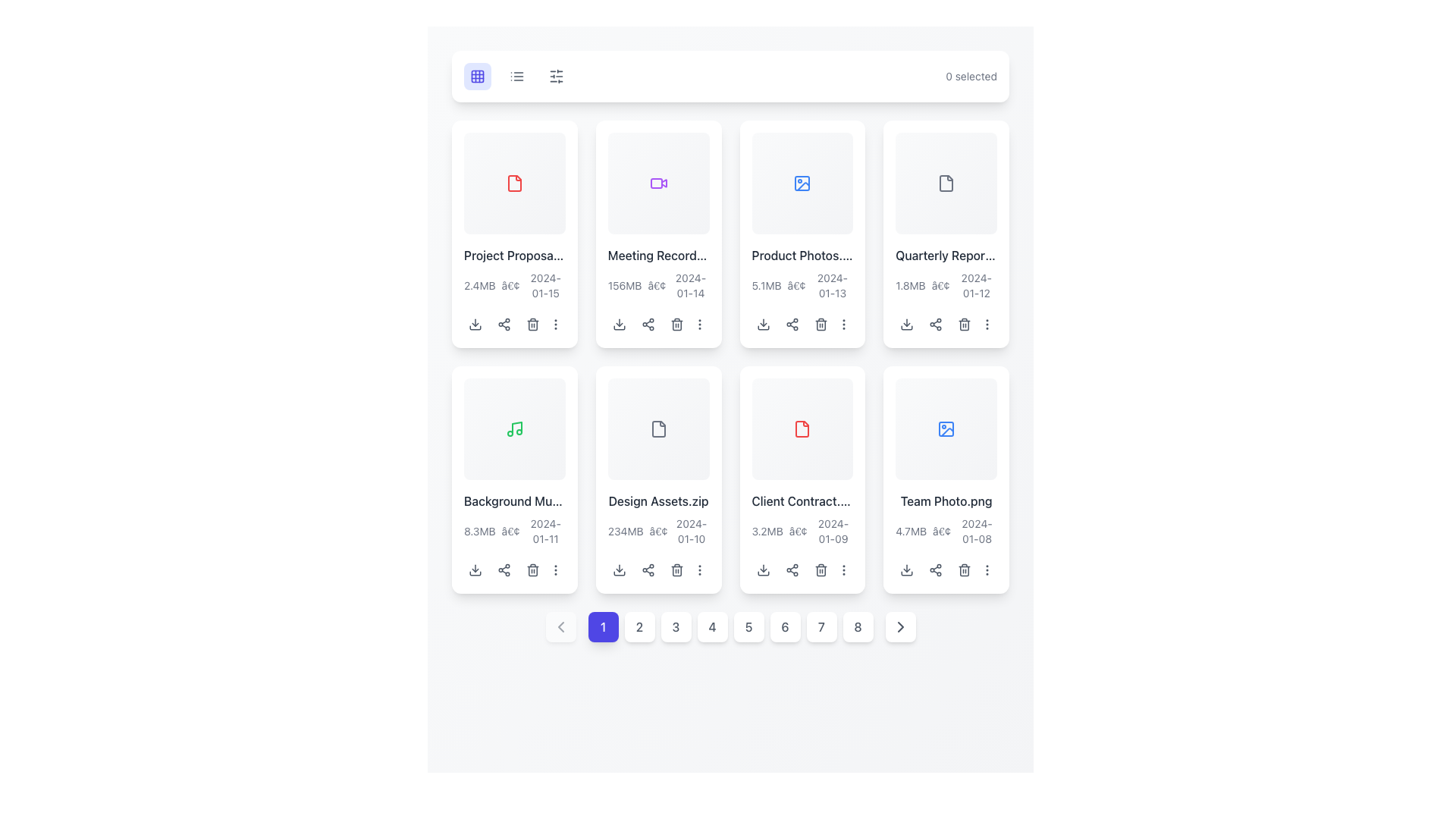 Image resolution: width=1456 pixels, height=819 pixels. Describe the element at coordinates (514, 182) in the screenshot. I see `the grid item containing the red outlined file icon representing 'Project Proposal.pdf'` at that location.